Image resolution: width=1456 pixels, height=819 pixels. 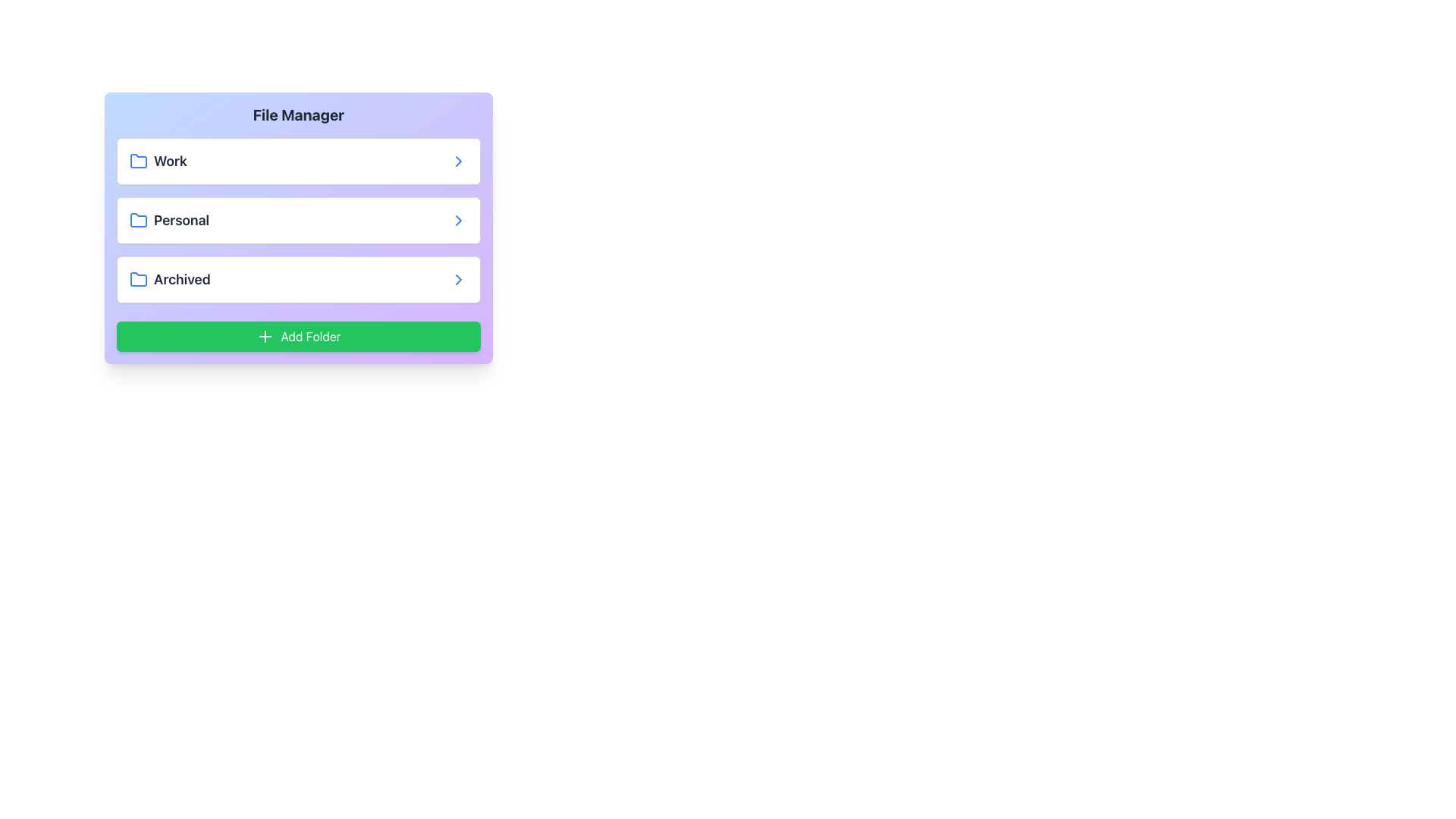 I want to click on the 'Work' text label with the blue folder icon, so click(x=158, y=161).